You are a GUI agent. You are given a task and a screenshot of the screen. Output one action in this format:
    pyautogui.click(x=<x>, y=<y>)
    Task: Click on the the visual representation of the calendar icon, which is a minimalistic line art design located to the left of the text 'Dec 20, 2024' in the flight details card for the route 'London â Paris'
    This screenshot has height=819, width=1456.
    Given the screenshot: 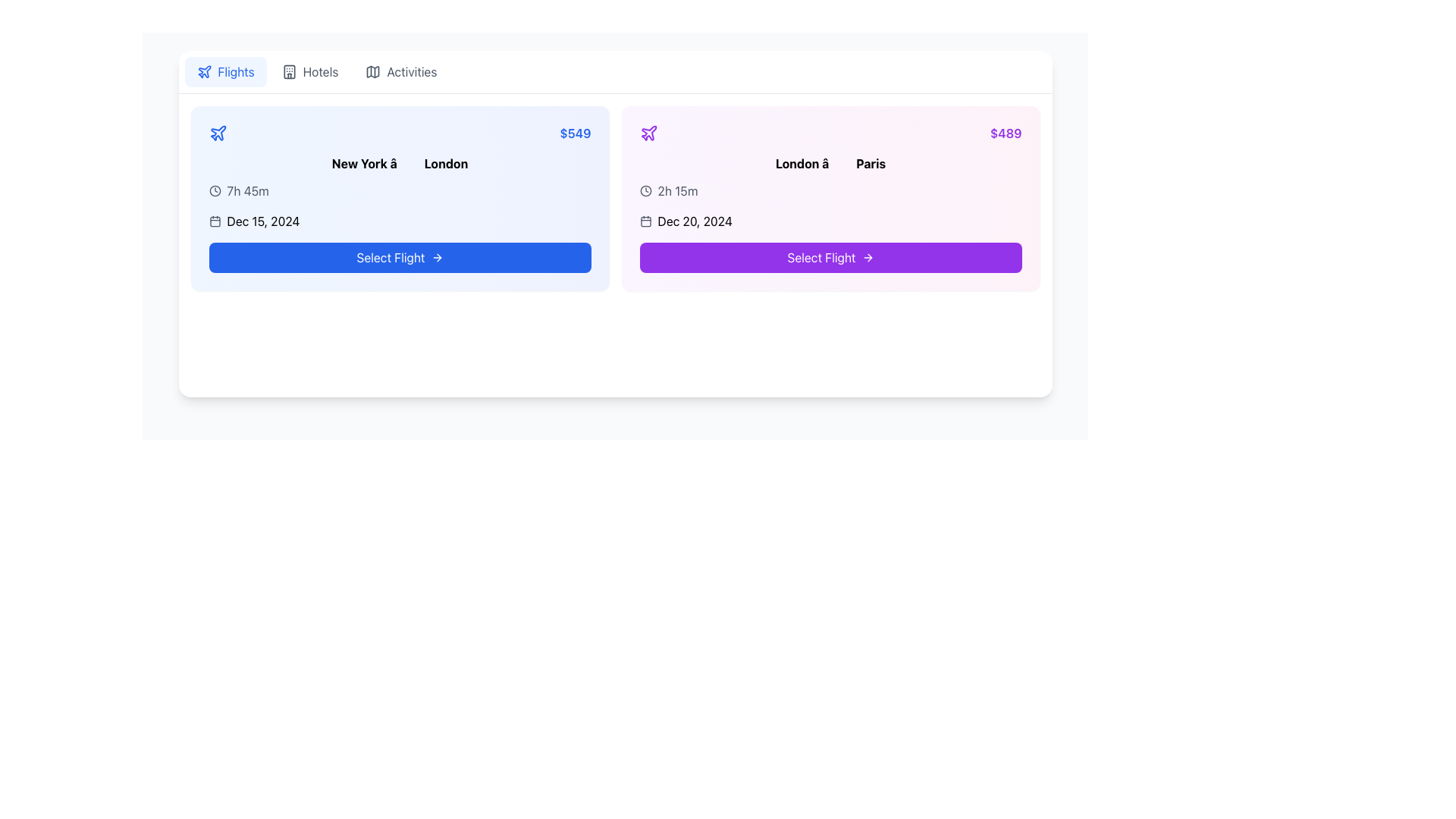 What is the action you would take?
    pyautogui.click(x=645, y=221)
    